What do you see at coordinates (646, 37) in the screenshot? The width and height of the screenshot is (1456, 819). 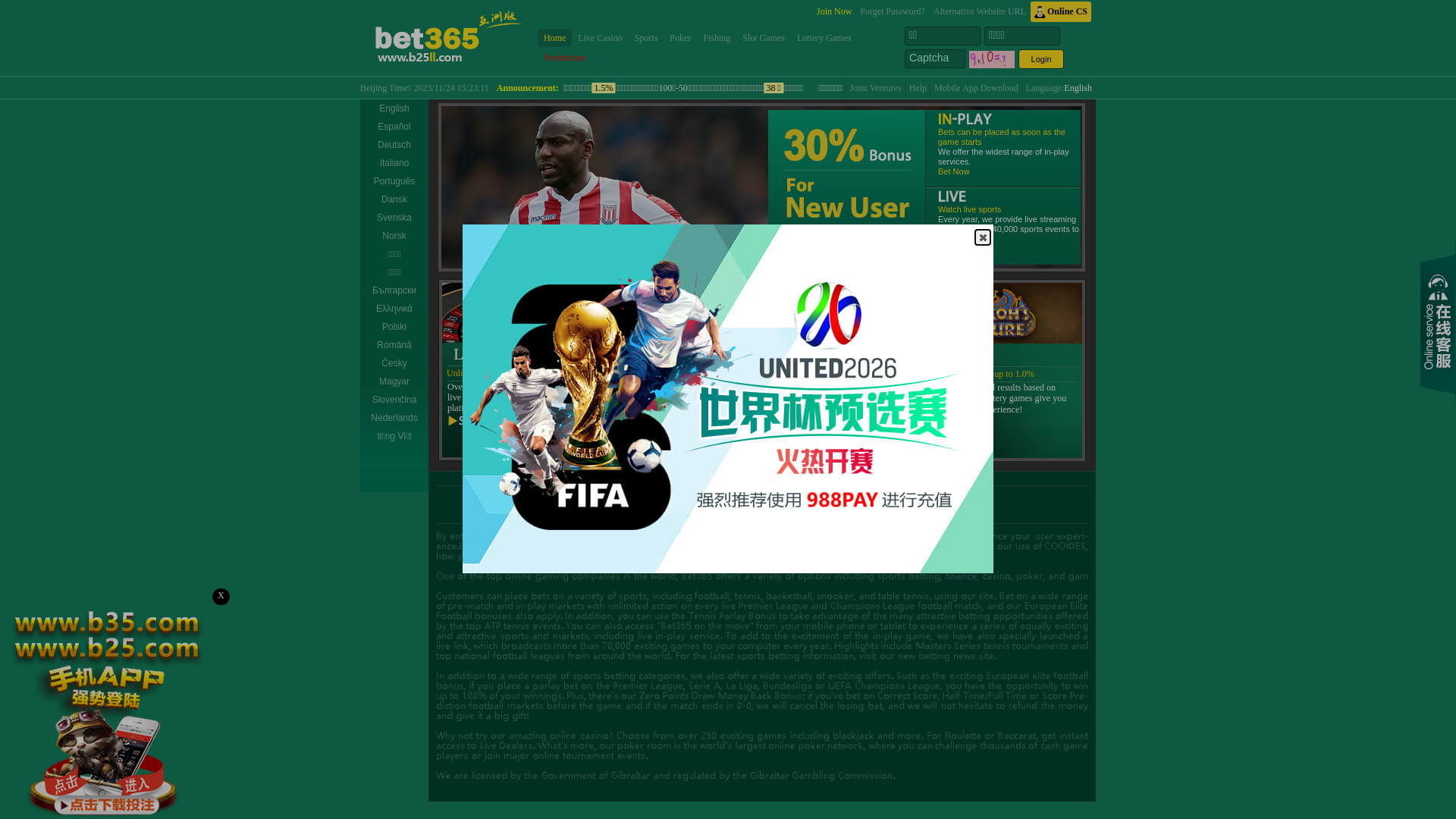 I see `'Sports'` at bounding box center [646, 37].